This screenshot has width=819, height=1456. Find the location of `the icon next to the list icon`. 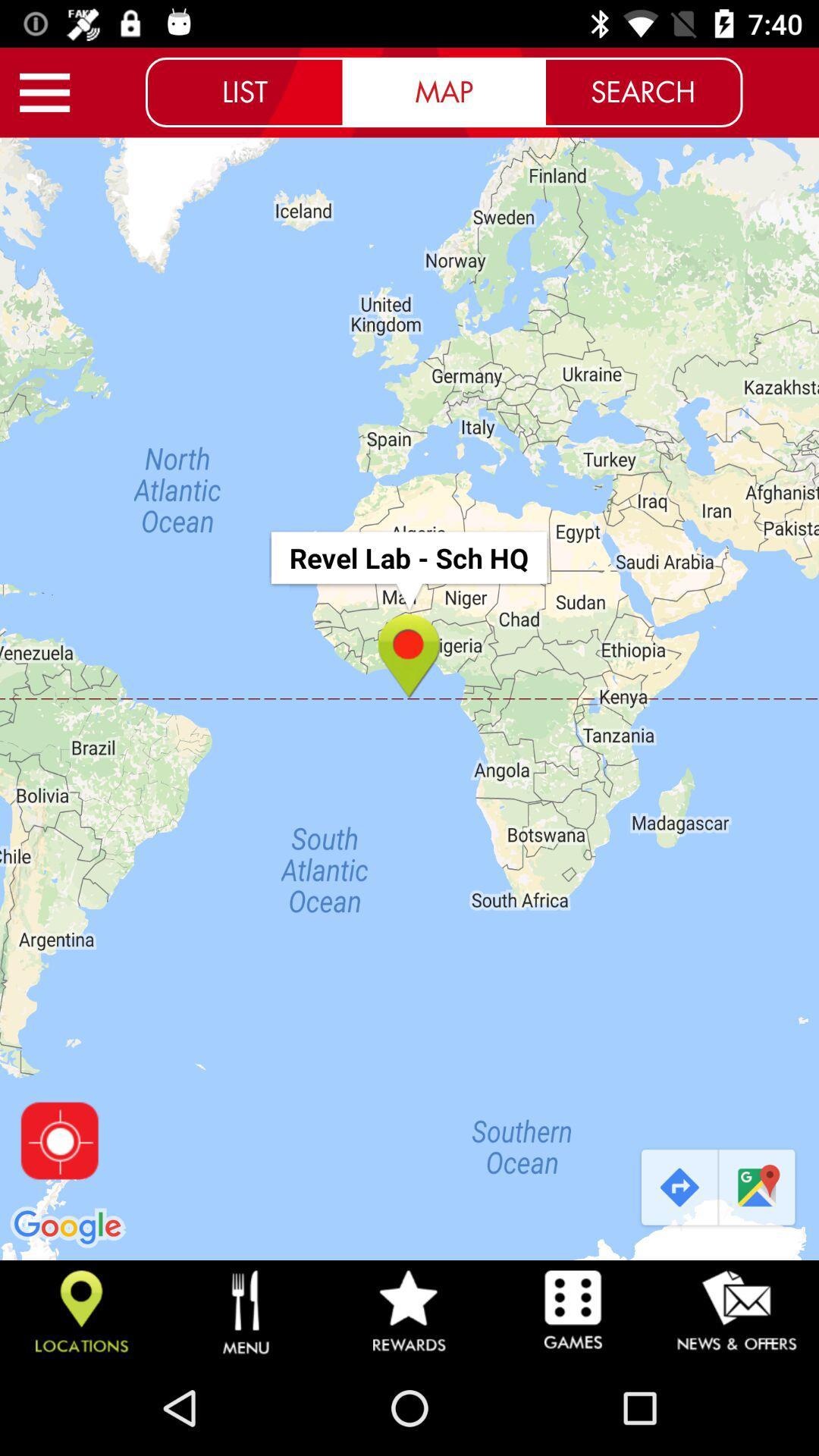

the icon next to the list icon is located at coordinates (44, 92).